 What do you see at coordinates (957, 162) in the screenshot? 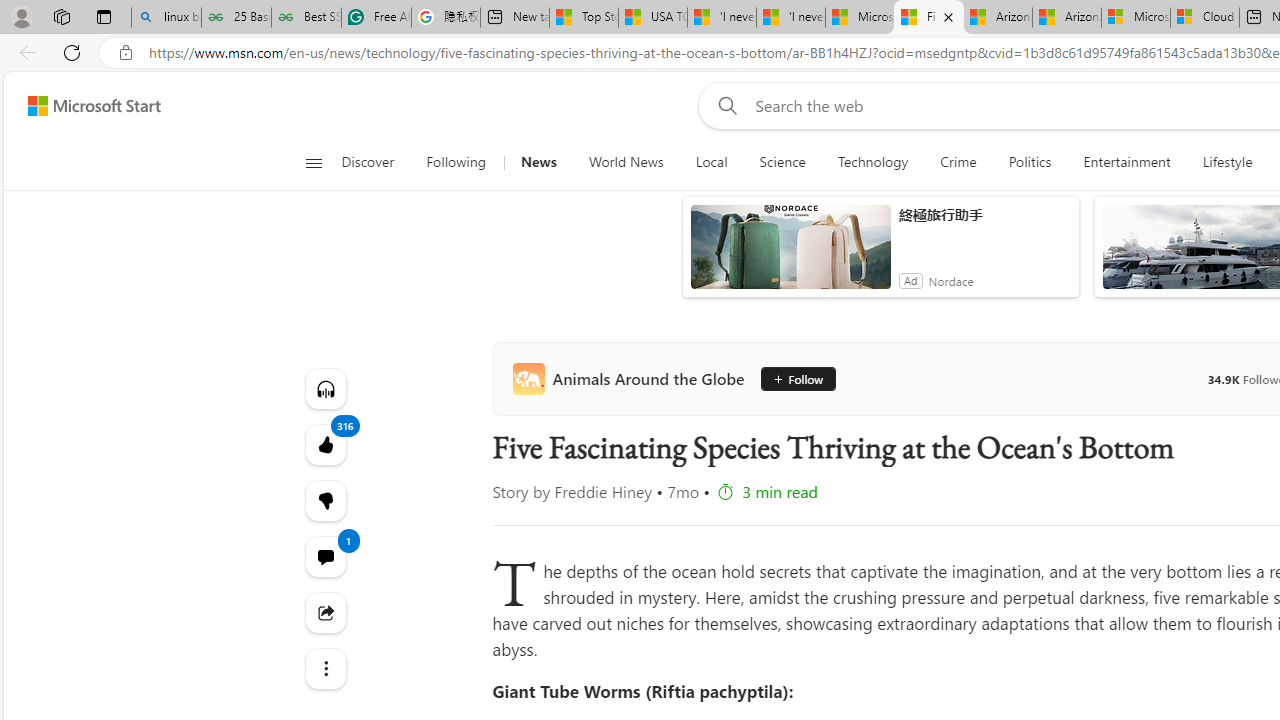
I see `'Crime'` at bounding box center [957, 162].